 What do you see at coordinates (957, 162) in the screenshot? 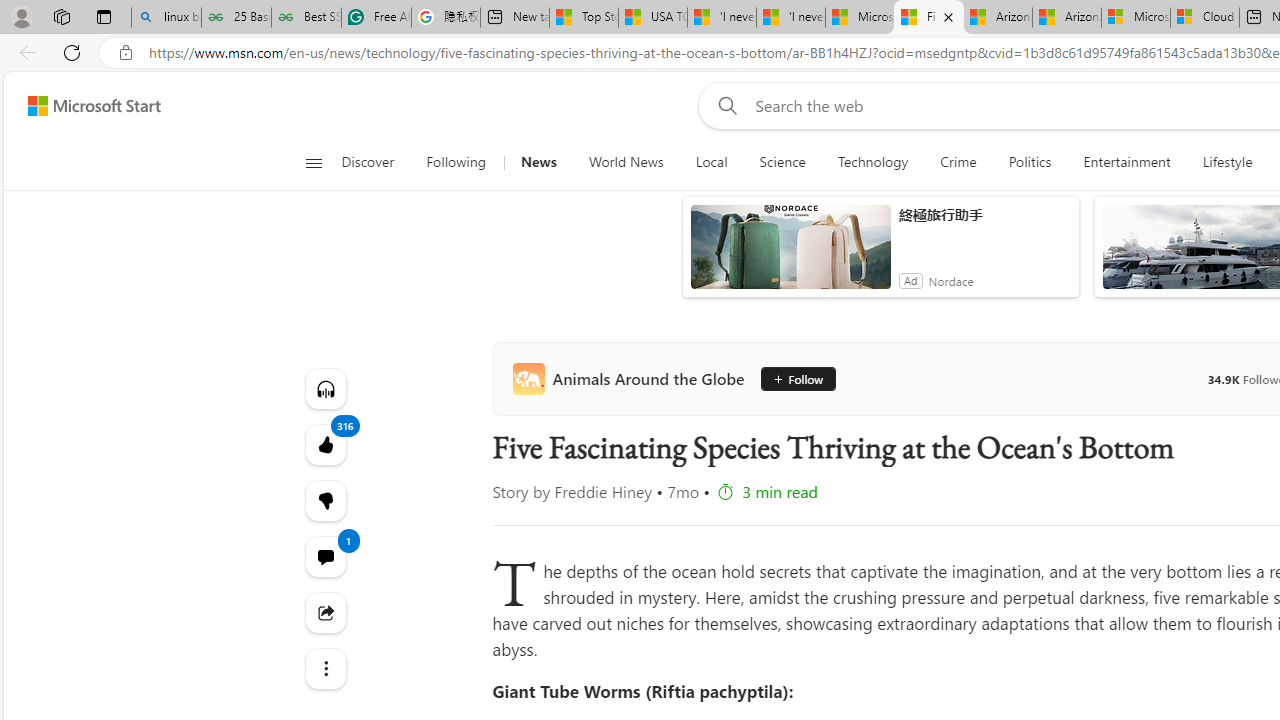
I see `'Crime'` at bounding box center [957, 162].